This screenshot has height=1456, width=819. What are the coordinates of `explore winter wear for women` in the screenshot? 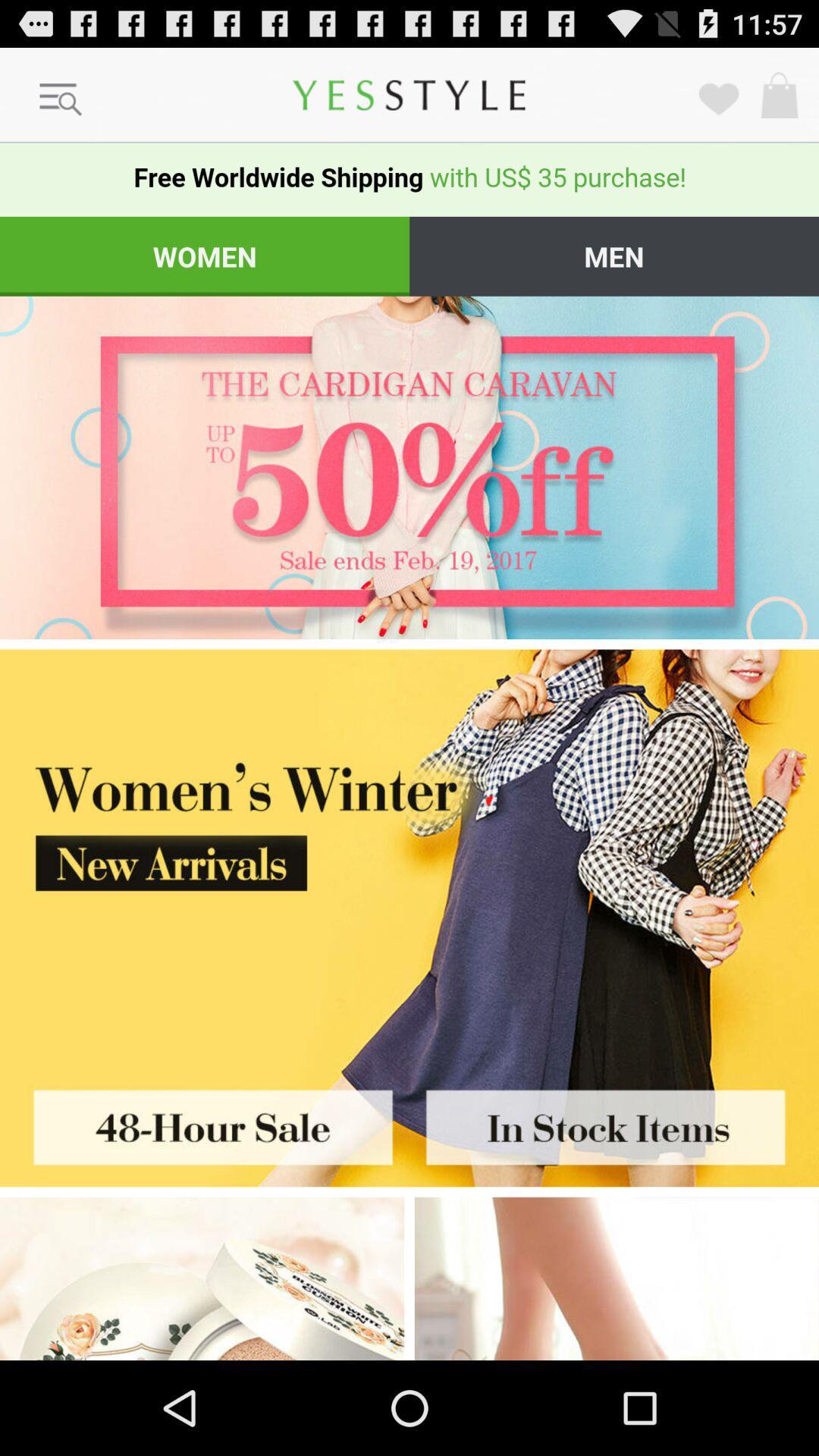 It's located at (617, 1278).